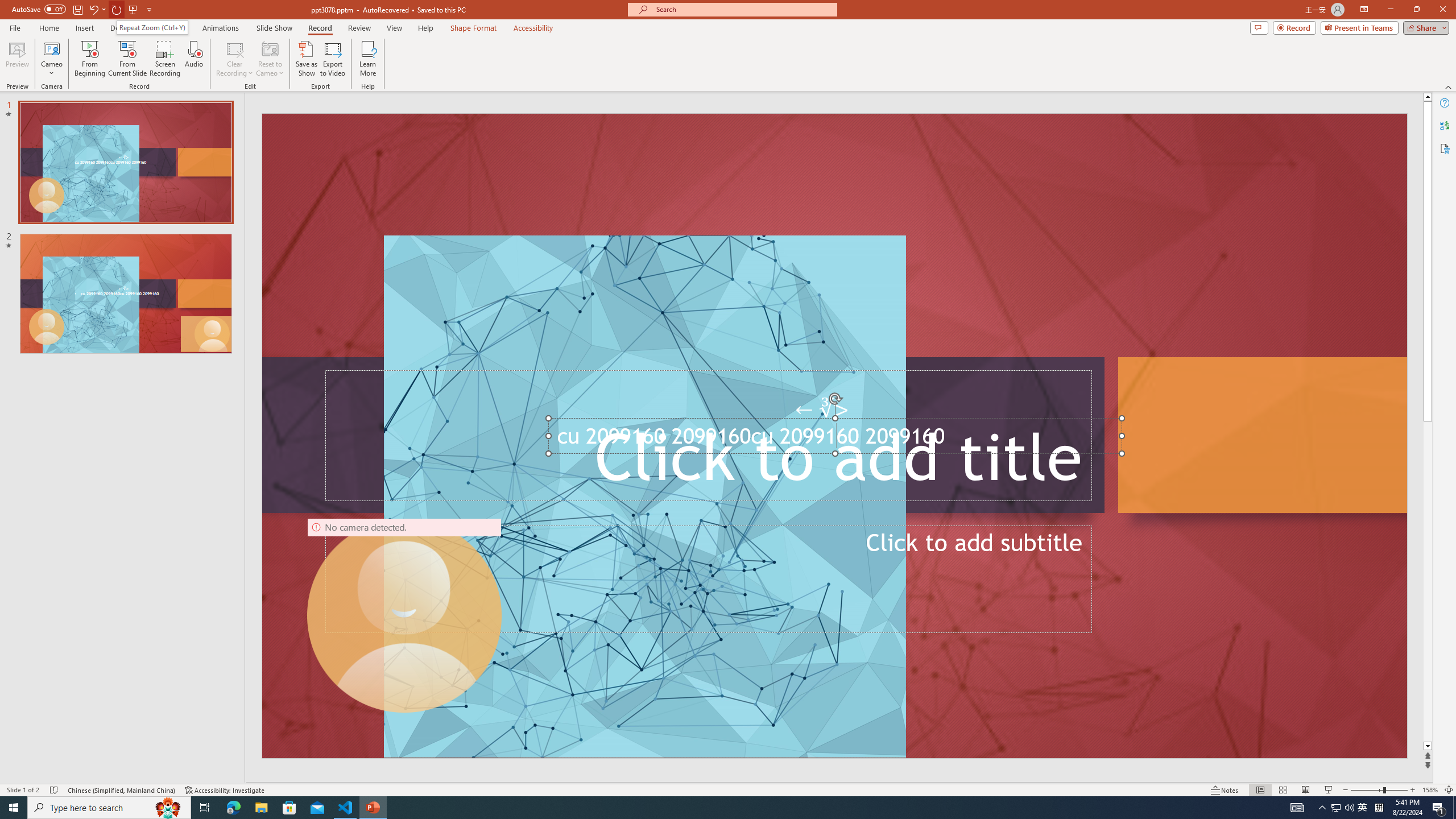 This screenshot has height=819, width=1456. Describe the element at coordinates (151, 27) in the screenshot. I see `'Repeat Zoom (Ctrl+Y)'` at that location.